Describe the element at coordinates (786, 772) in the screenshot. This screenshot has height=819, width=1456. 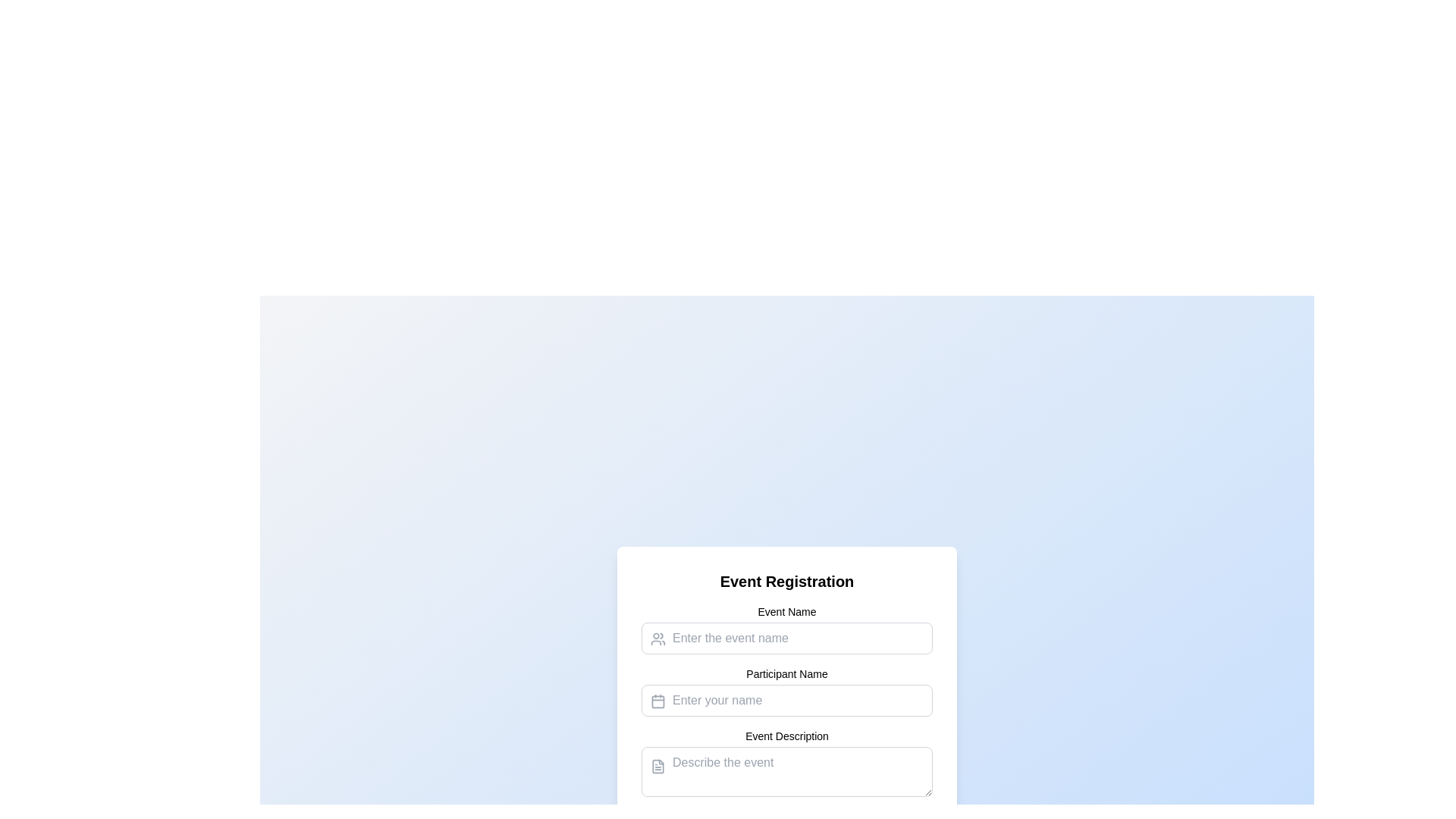
I see `the third input text field in the 'Event Registration' form` at that location.